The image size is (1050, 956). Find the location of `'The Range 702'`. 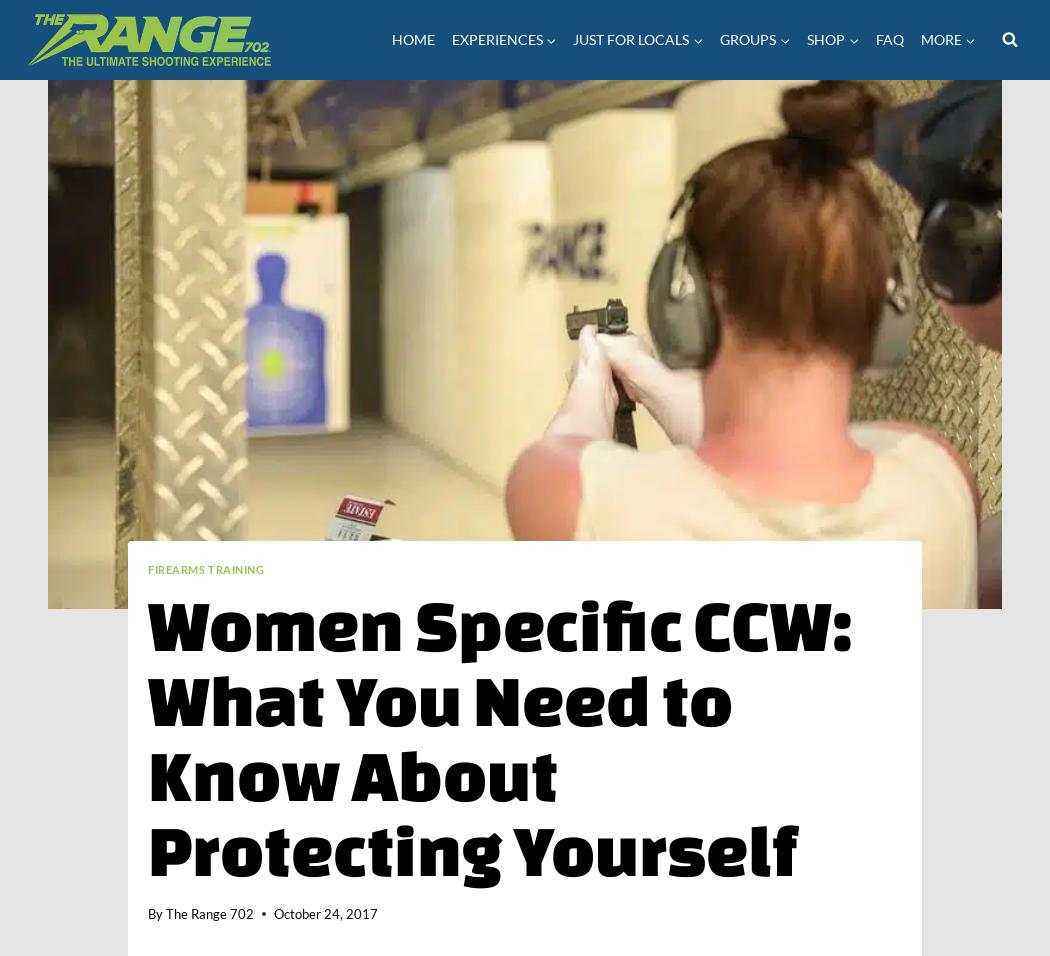

'The Range 702' is located at coordinates (209, 914).